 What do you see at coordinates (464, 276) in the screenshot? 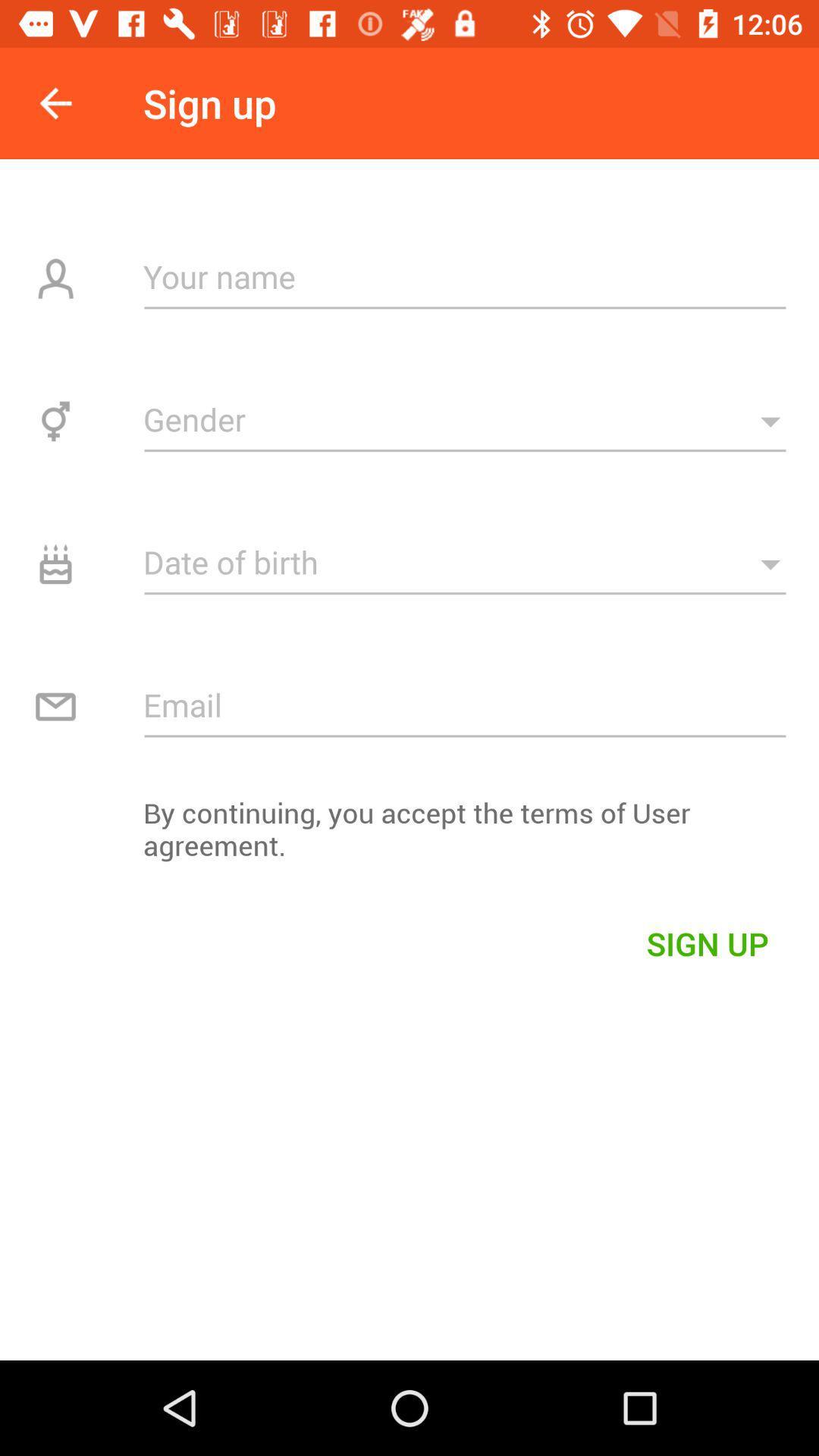
I see `enter name` at bounding box center [464, 276].